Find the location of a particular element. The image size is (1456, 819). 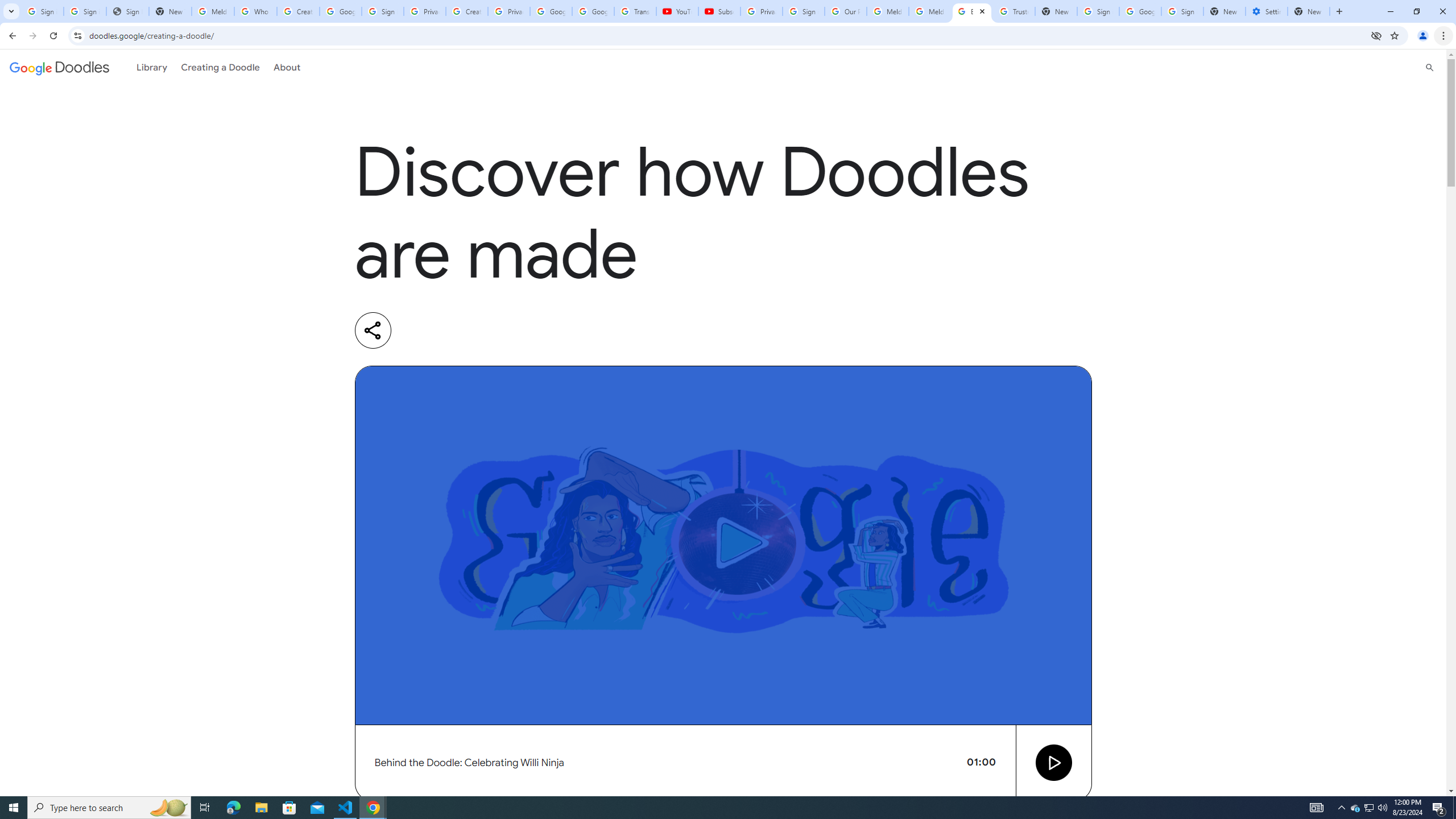

'Video preview image' is located at coordinates (723, 545).